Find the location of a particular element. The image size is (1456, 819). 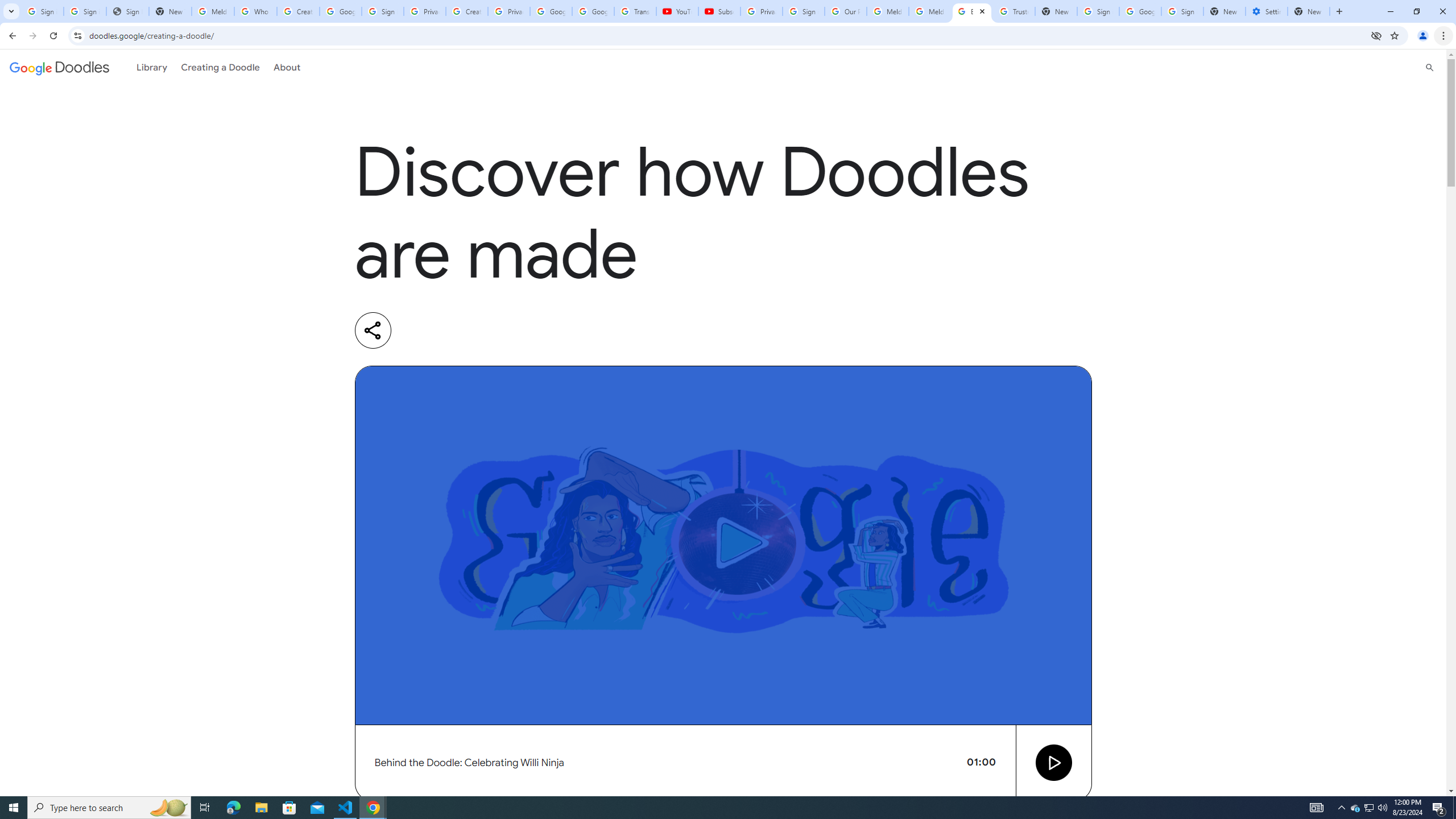

'Video preview image' is located at coordinates (723, 545).